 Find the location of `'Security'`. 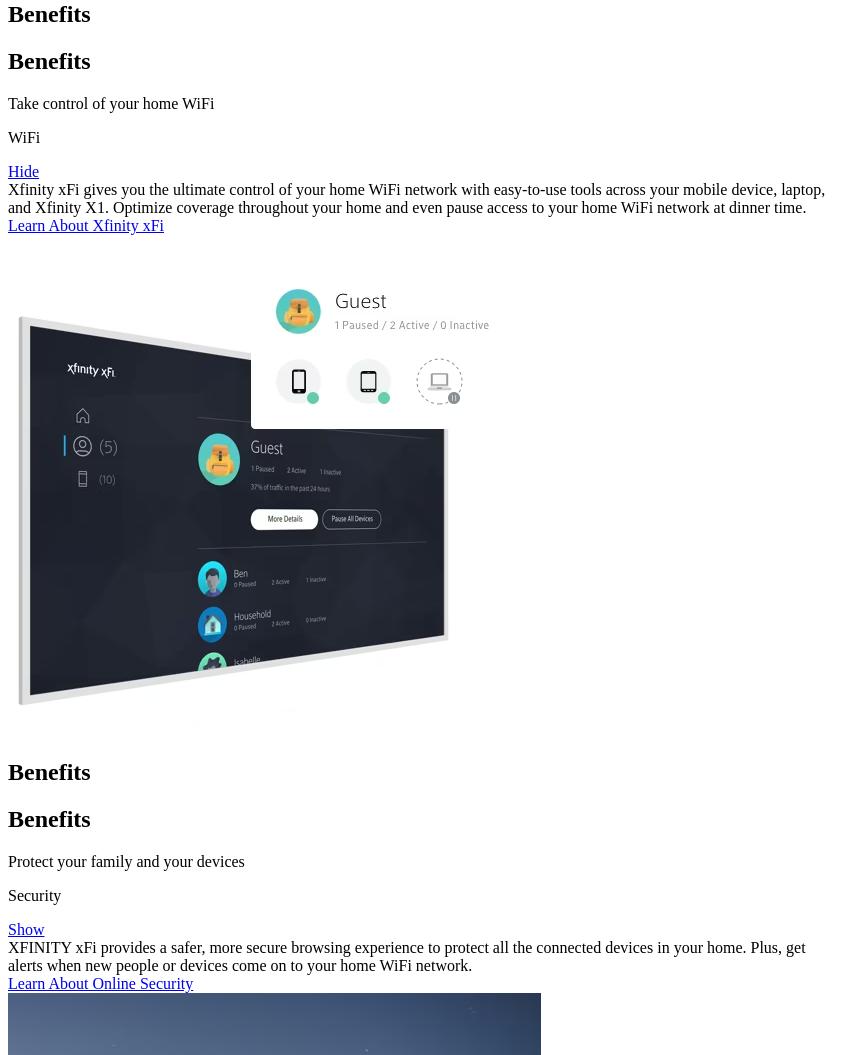

'Security' is located at coordinates (33, 893).